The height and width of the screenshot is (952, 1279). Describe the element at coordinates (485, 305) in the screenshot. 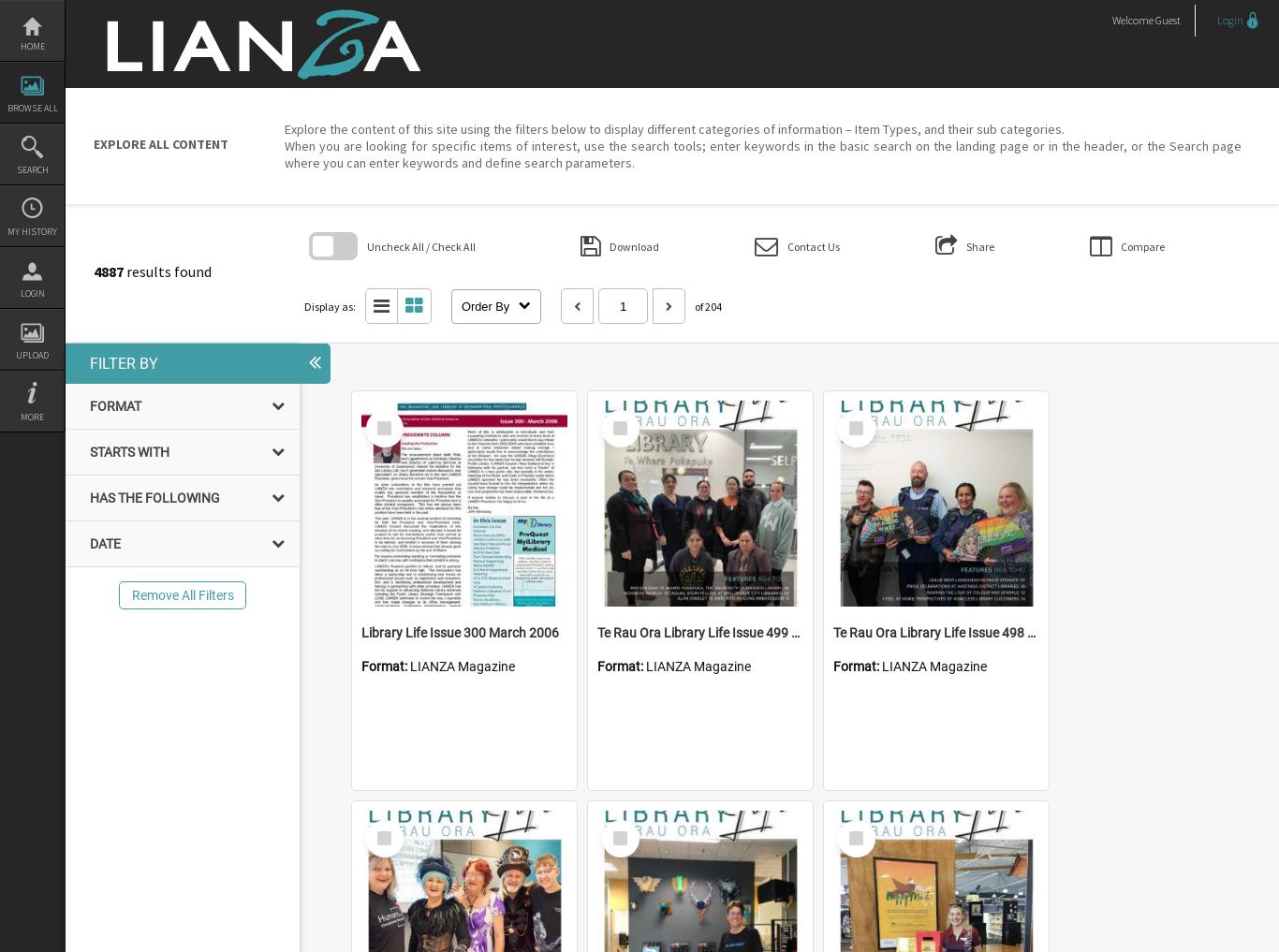

I see `'Order By'` at that location.